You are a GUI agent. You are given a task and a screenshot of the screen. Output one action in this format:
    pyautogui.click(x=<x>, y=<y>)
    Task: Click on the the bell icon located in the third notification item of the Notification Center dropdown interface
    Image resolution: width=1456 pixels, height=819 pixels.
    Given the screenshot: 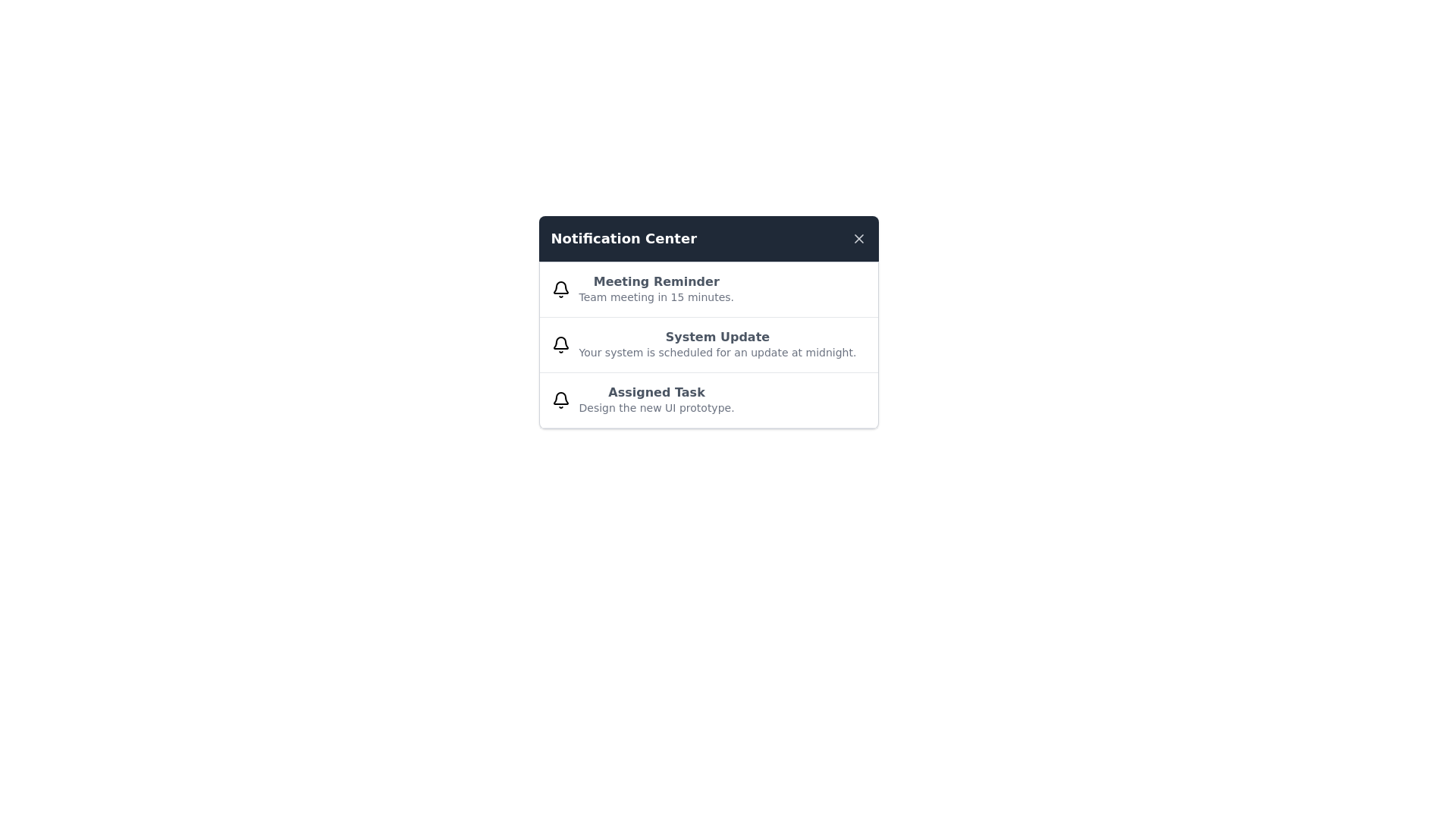 What is the action you would take?
    pyautogui.click(x=560, y=400)
    